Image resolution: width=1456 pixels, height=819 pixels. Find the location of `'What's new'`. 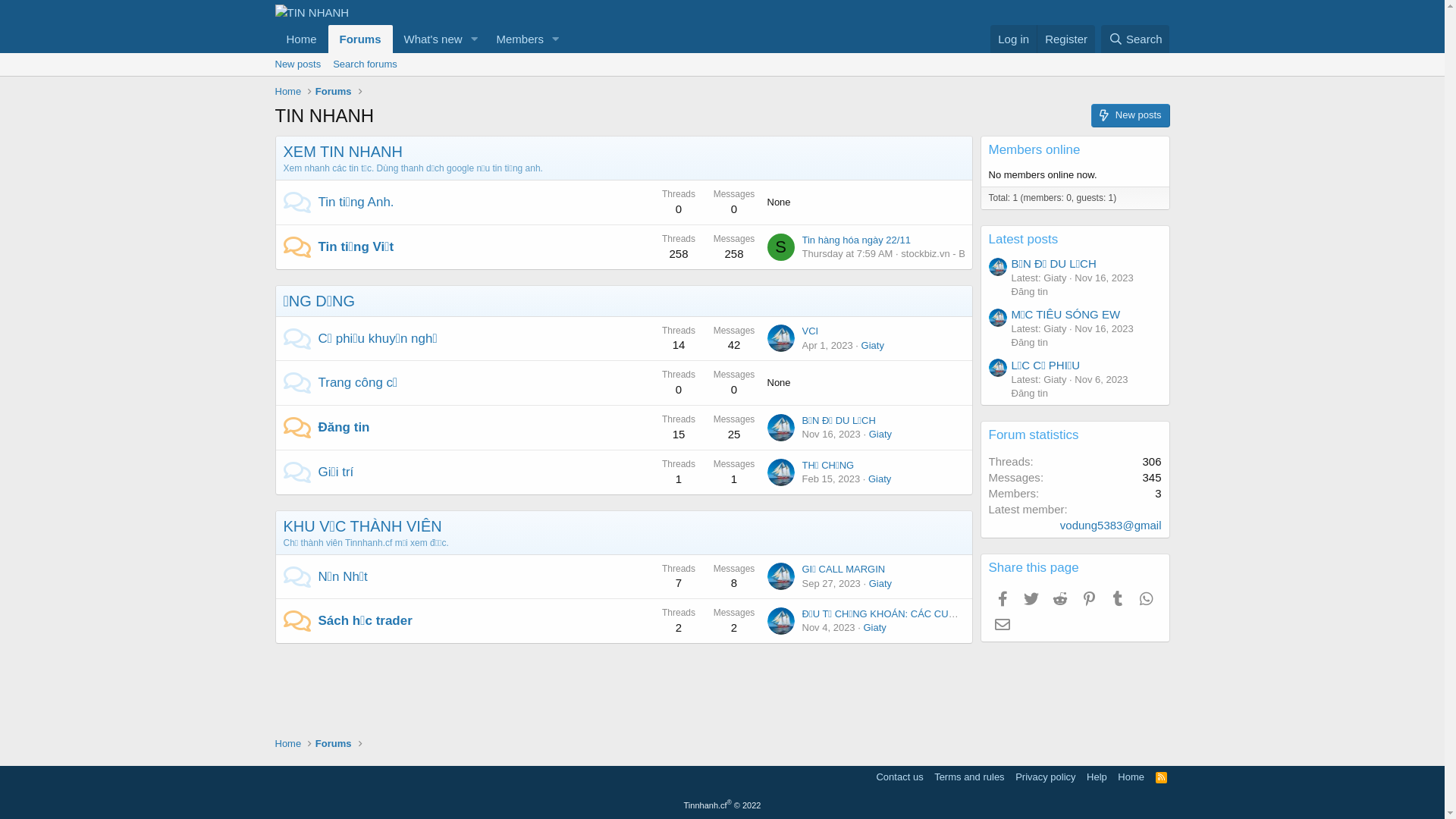

'What's new' is located at coordinates (428, 38).